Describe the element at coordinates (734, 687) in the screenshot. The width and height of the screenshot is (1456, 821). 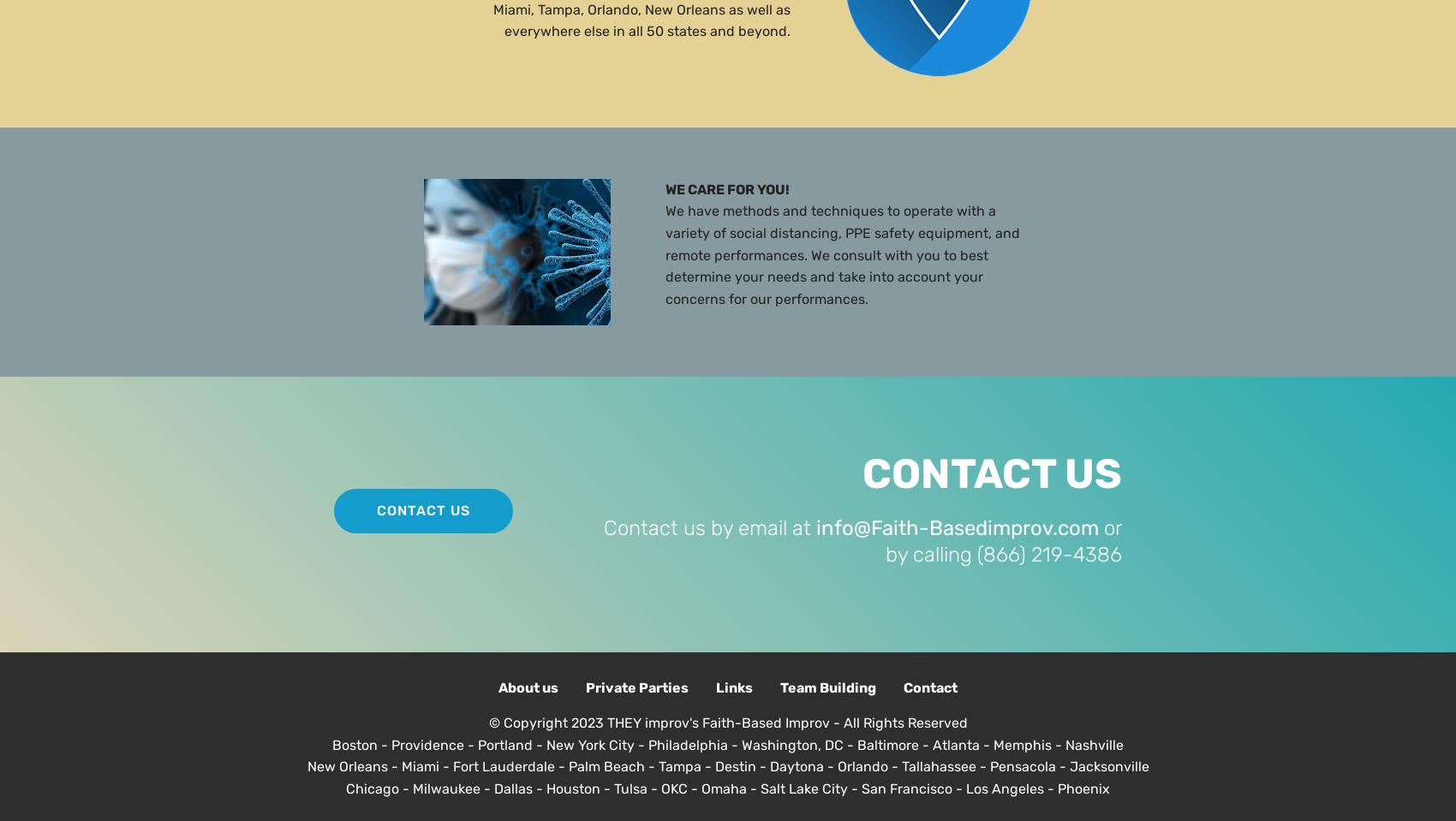
I see `'Links'` at that location.